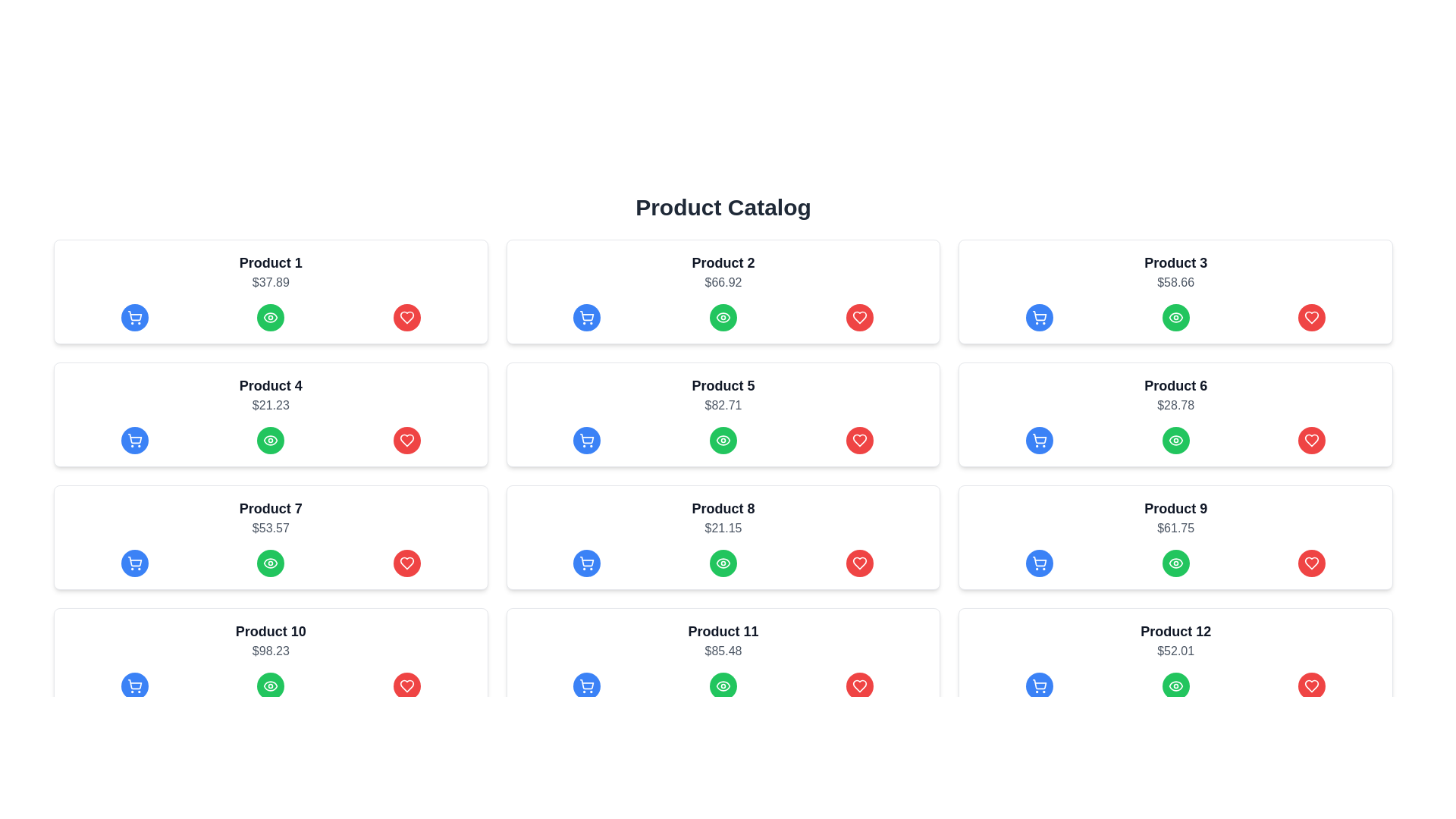 Image resolution: width=1456 pixels, height=819 pixels. Describe the element at coordinates (271, 660) in the screenshot. I see `the blue shopping cart, green eye, and red heart buttons located at the bottom of the 'Product 10' card` at that location.